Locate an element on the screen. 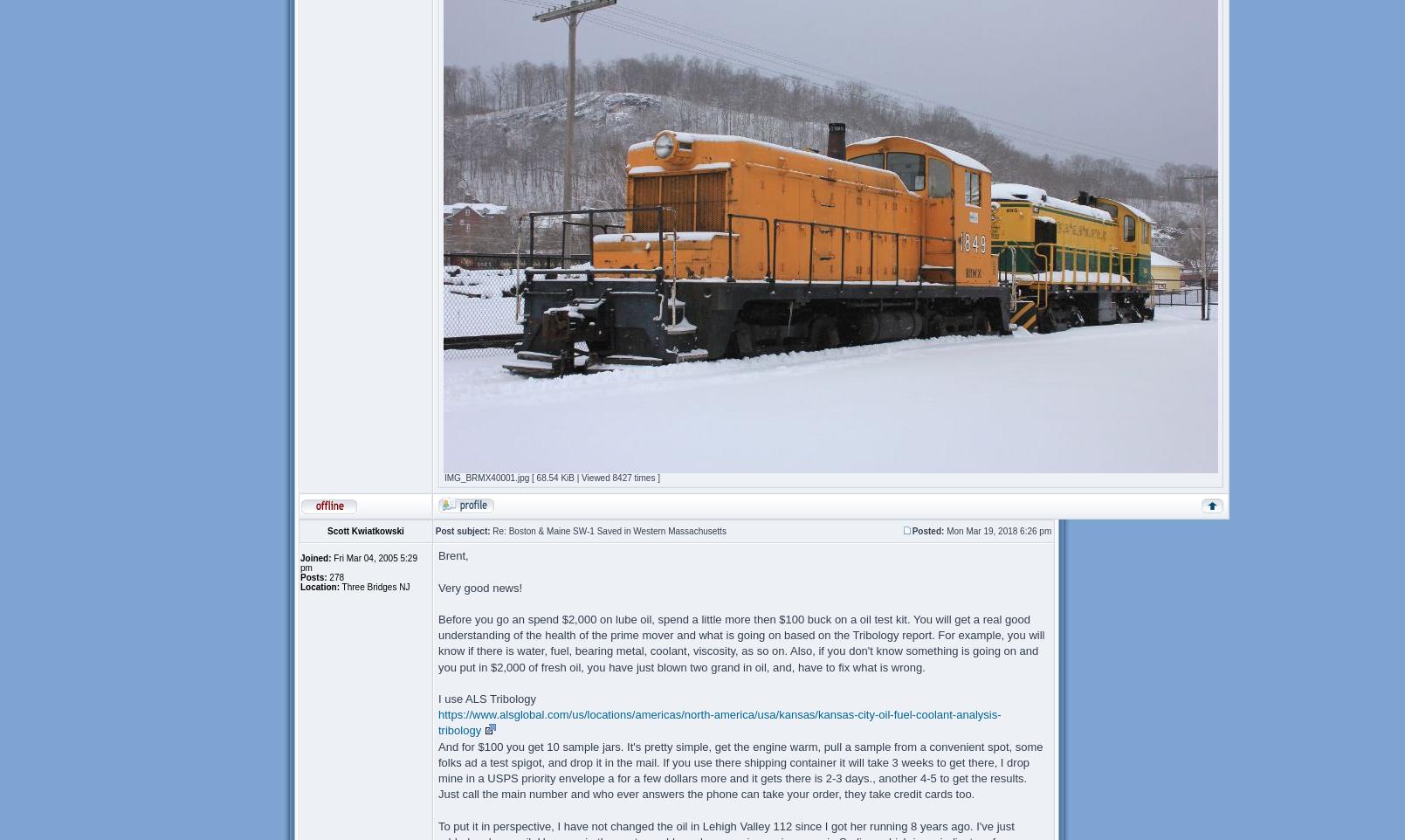 The height and width of the screenshot is (840, 1405). 'Scott Kwiatkowski' is located at coordinates (364, 530).